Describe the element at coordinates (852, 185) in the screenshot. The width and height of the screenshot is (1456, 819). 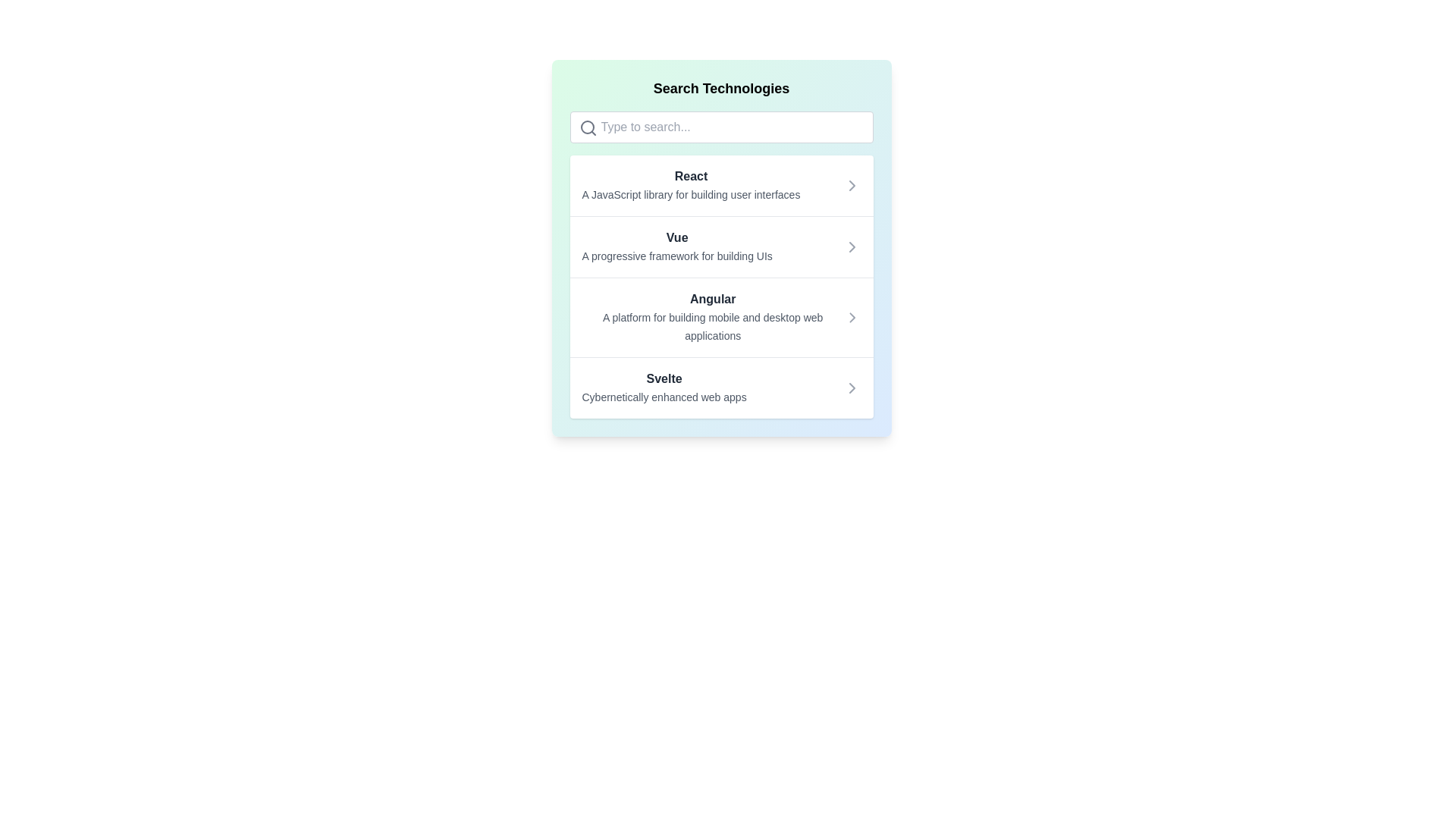
I see `the chevron icon on the right edge of the 'React' list item` at that location.